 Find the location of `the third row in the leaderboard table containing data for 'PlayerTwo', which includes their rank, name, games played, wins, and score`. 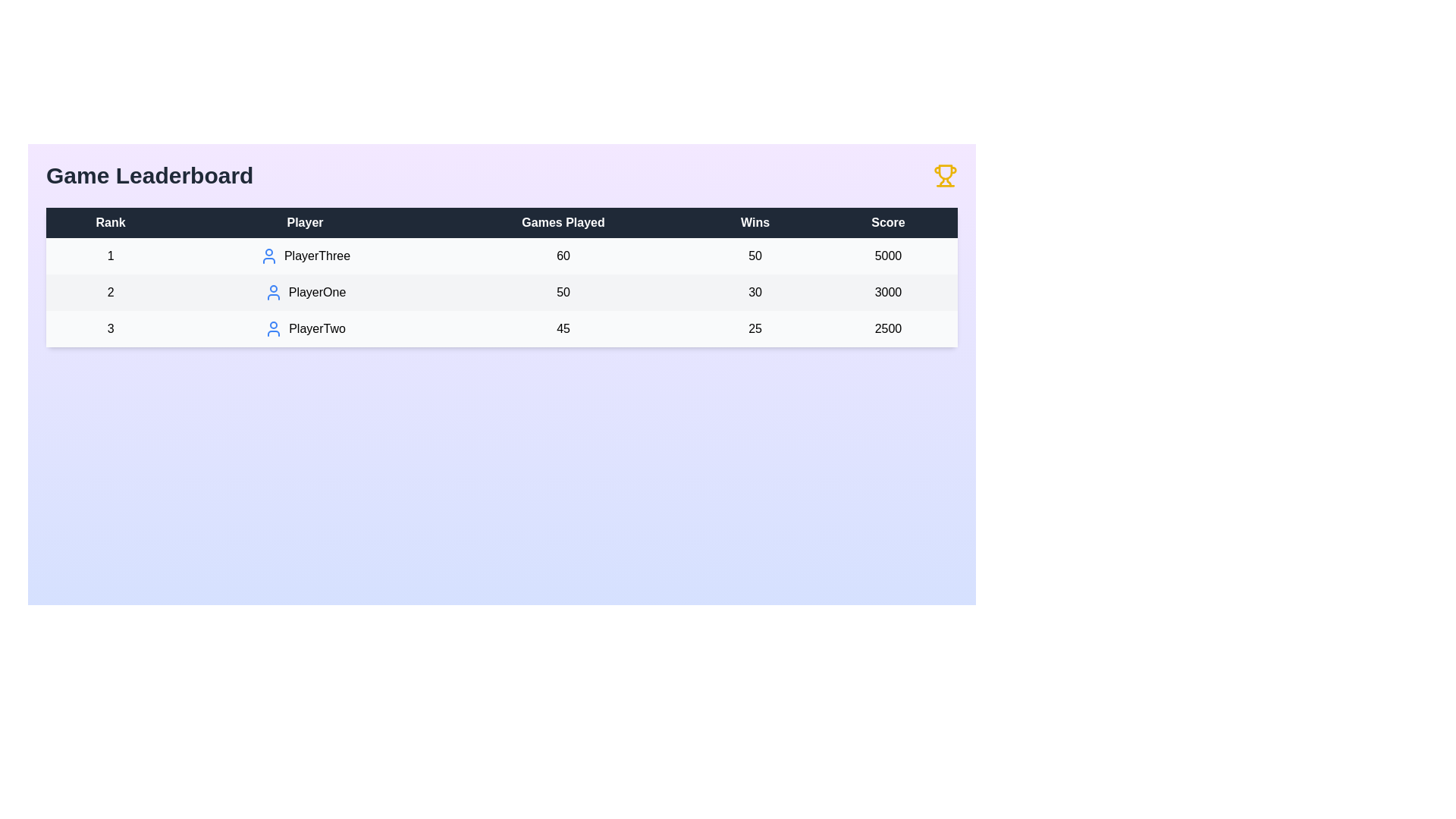

the third row in the leaderboard table containing data for 'PlayerTwo', which includes their rank, name, games played, wins, and score is located at coordinates (502, 328).